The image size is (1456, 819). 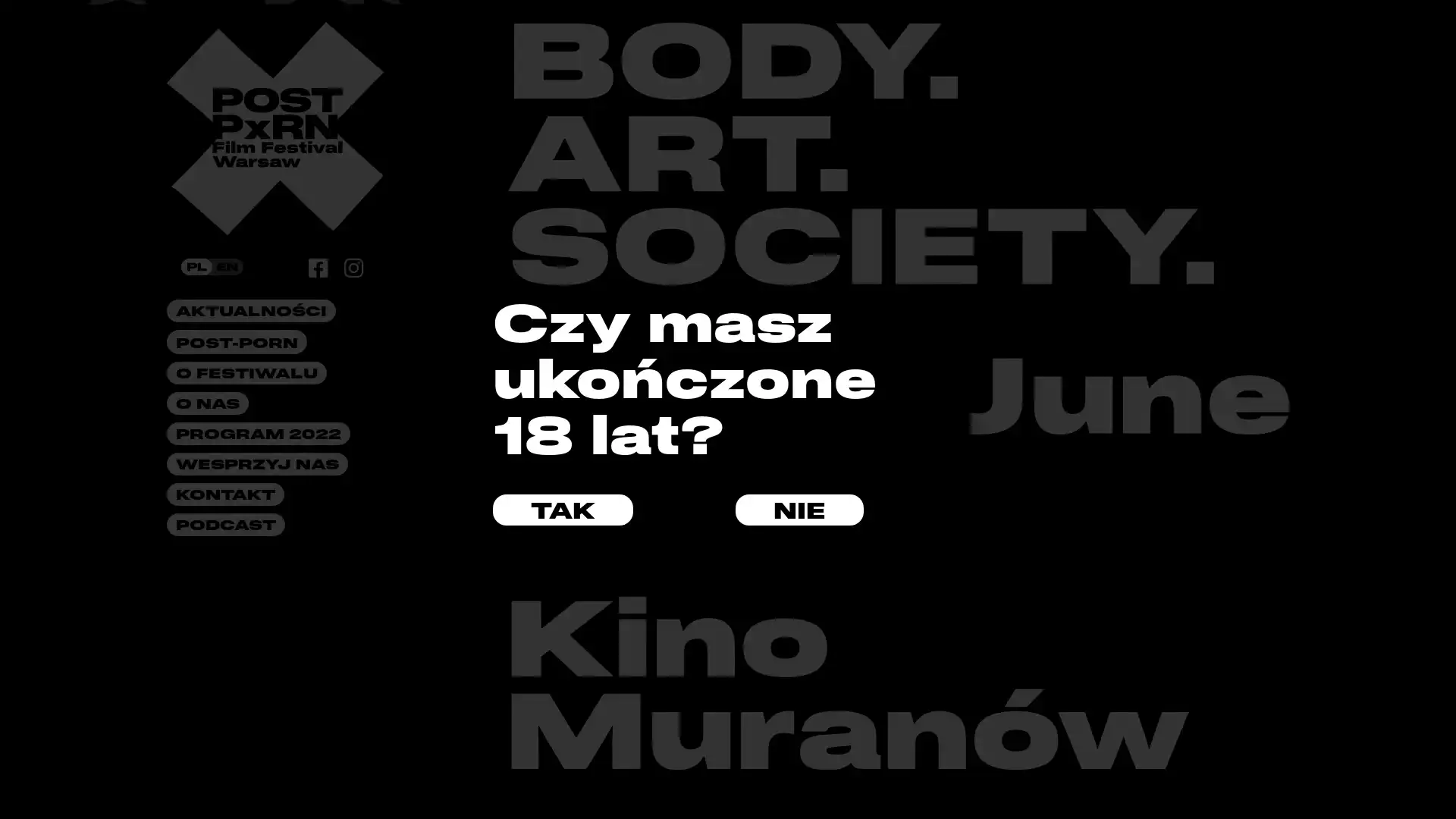 I want to click on WESPRZYJ NAS, so click(x=257, y=463).